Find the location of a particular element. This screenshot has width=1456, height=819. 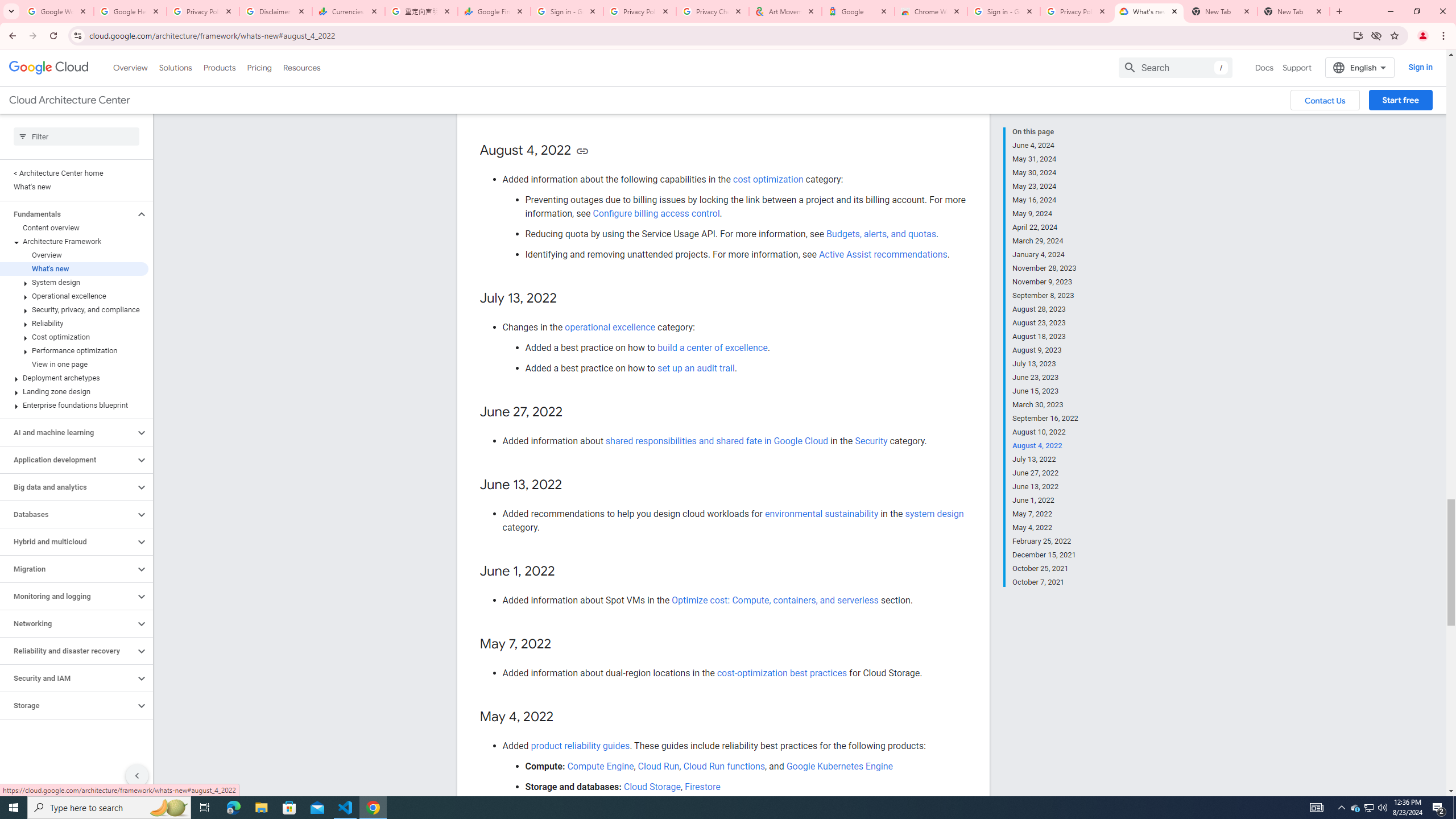

'June 15, 2023' is located at coordinates (1045, 390).